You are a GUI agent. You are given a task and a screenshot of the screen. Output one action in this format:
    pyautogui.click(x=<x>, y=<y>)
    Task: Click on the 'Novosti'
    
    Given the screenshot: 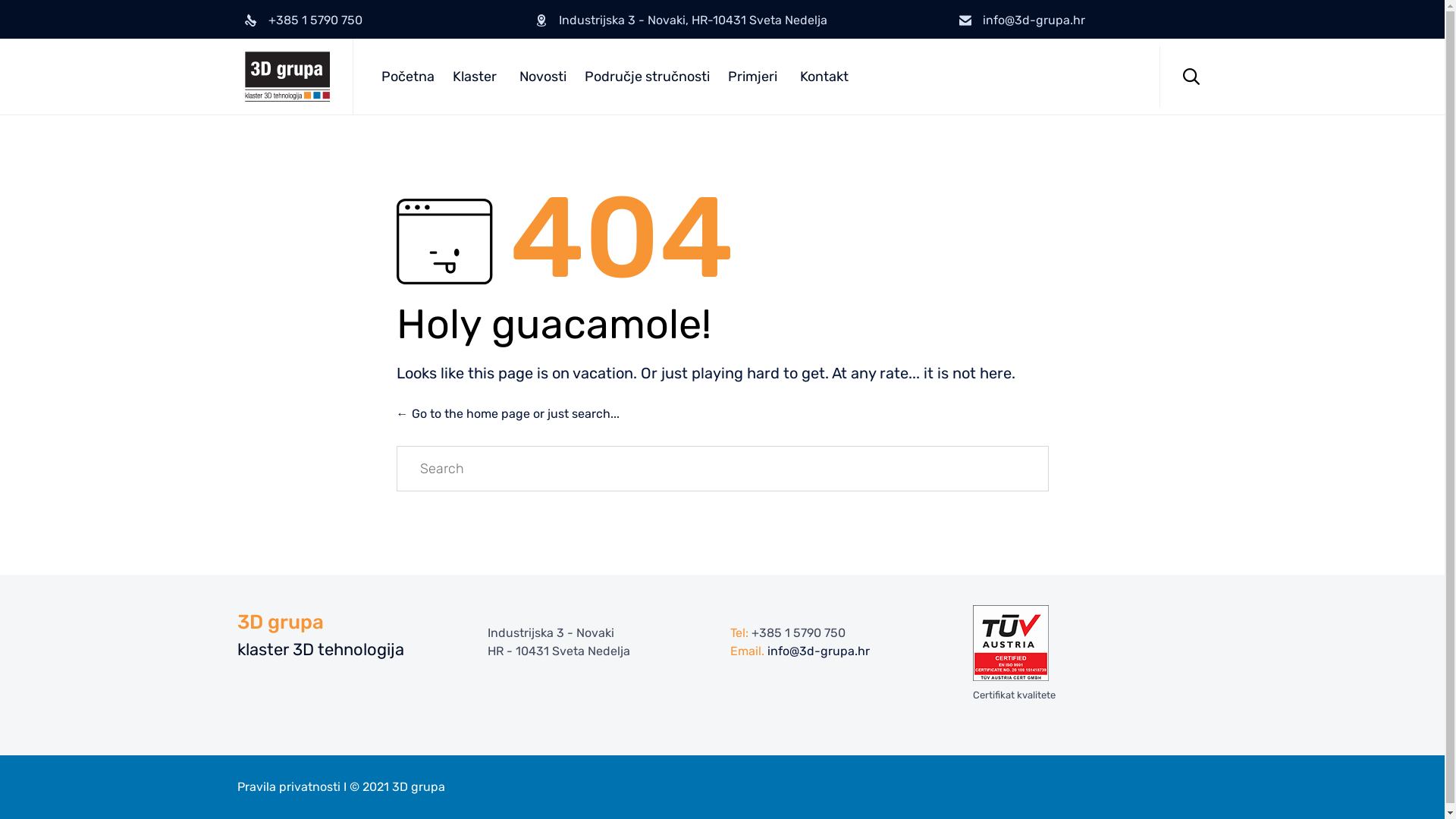 What is the action you would take?
    pyautogui.click(x=542, y=76)
    